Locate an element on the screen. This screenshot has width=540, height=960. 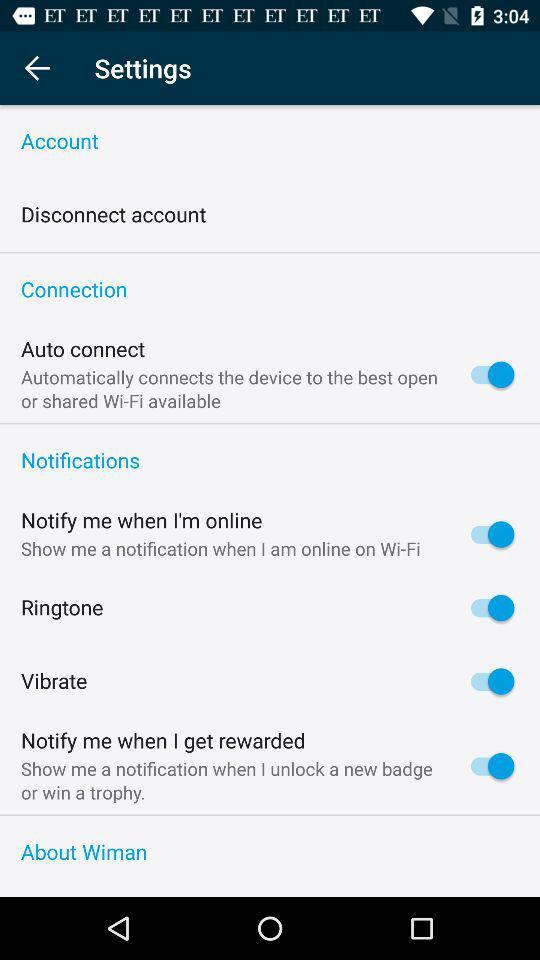
the vibrate is located at coordinates (54, 681).